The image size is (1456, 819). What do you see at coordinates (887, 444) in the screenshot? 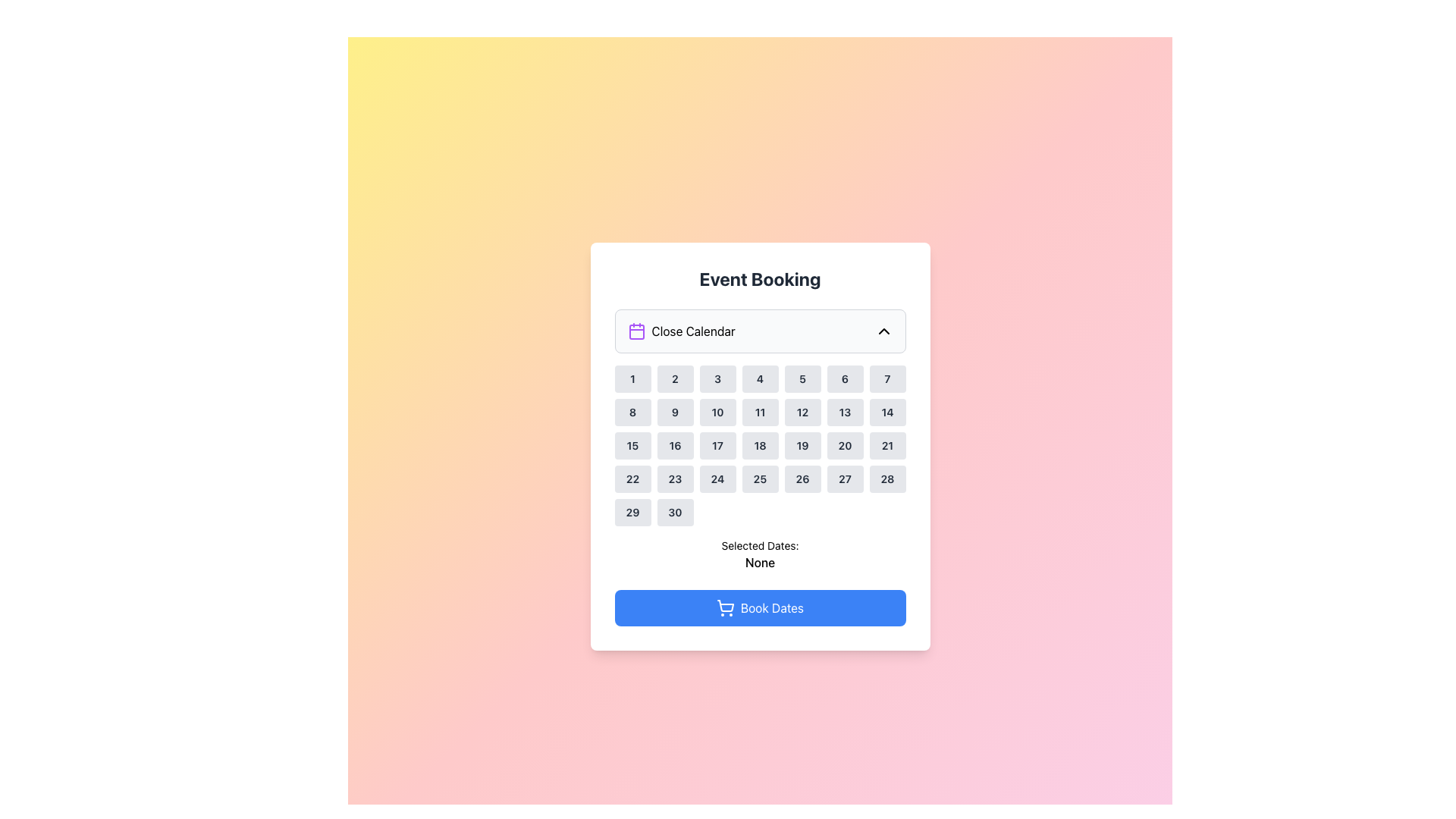
I see `the button displaying the number '21' in the calendar grid layout` at bounding box center [887, 444].